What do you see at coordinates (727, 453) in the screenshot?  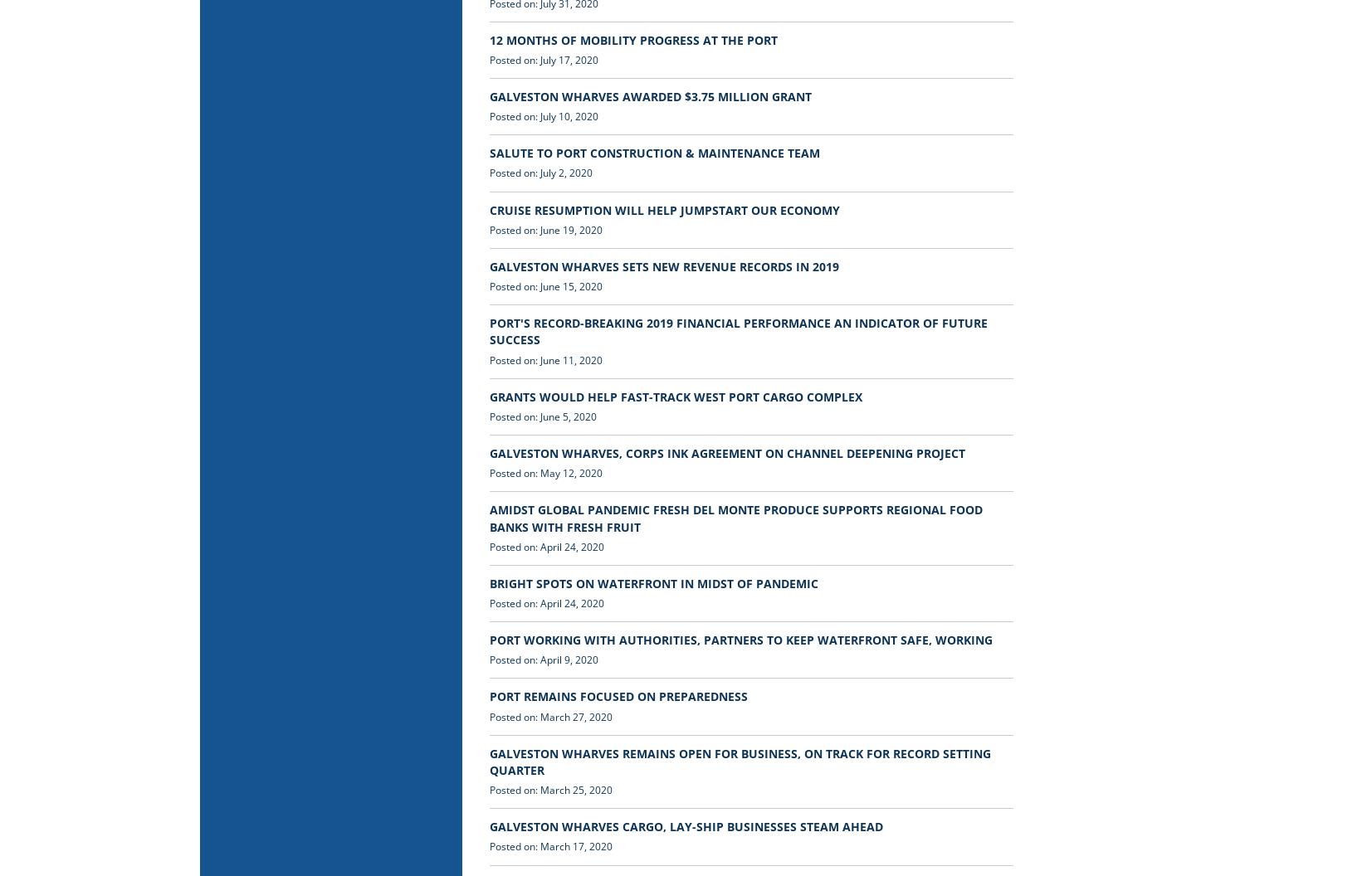 I see `'GALVESTON WHARVES, CORPS INK AGREEMENT ON CHANNEL DEEPENING PROJECT'` at bounding box center [727, 453].